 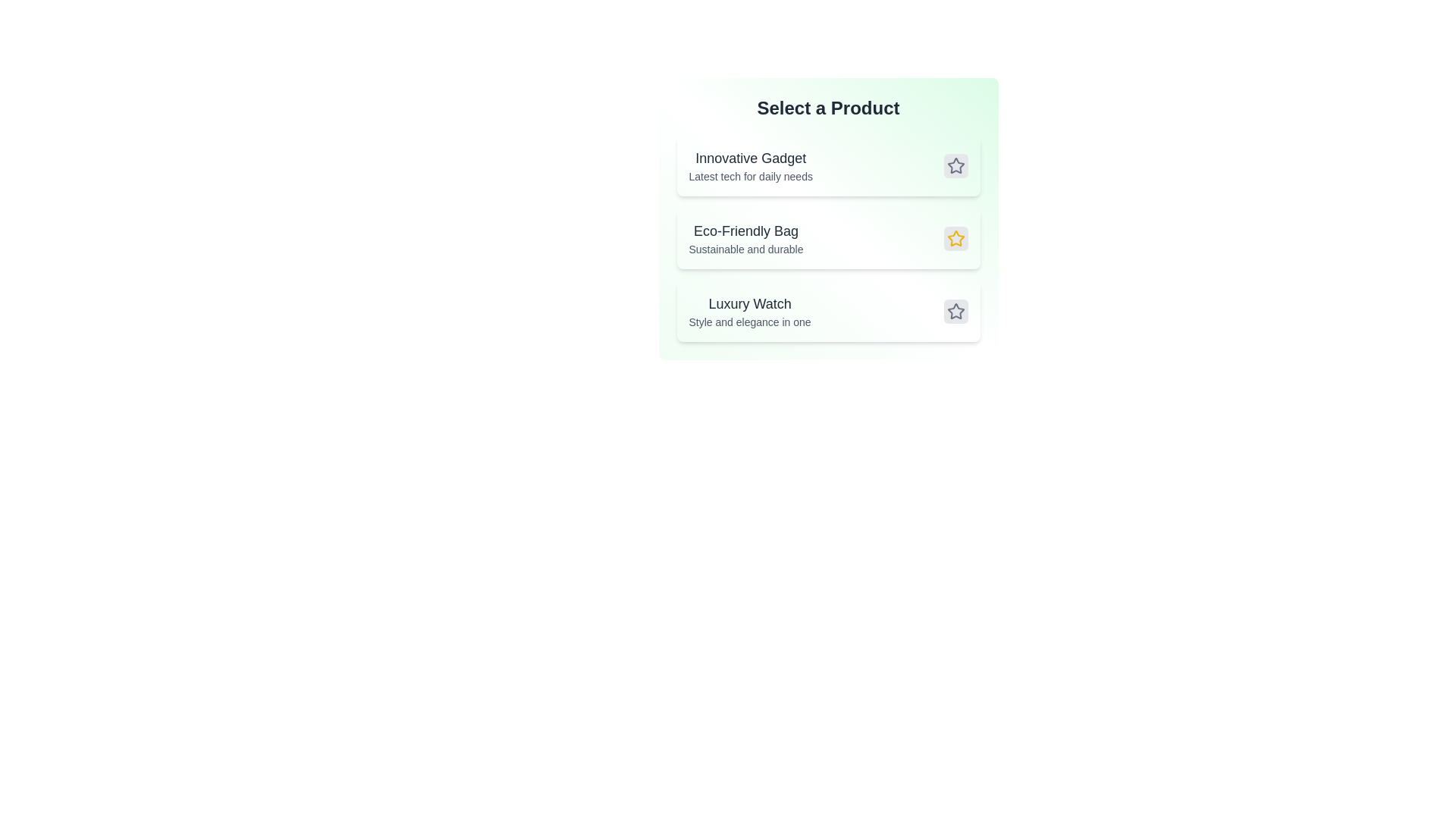 What do you see at coordinates (749, 311) in the screenshot?
I see `the product entry for Luxury Watch to inspect its details` at bounding box center [749, 311].